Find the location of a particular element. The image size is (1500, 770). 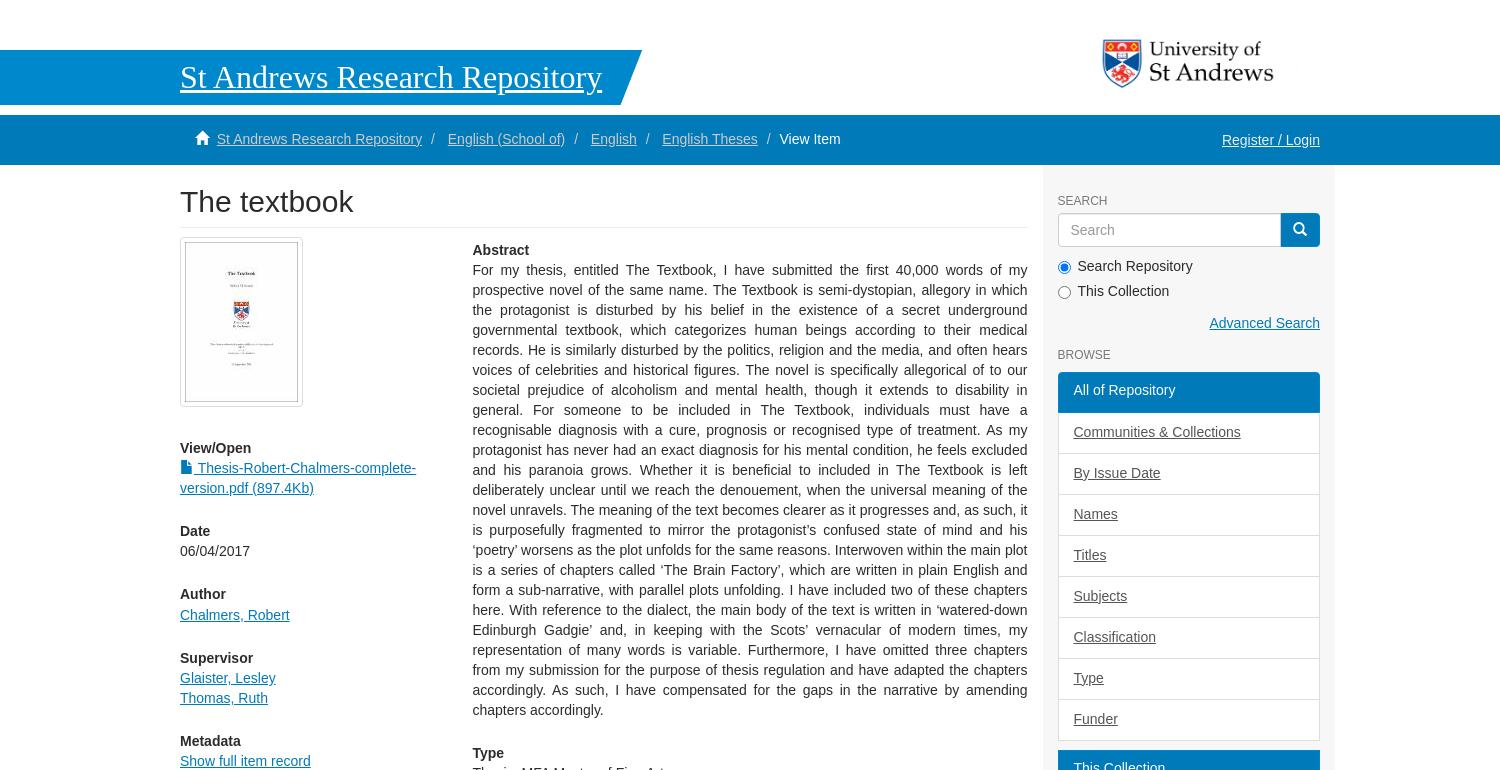

'View Item' is located at coordinates (809, 137).